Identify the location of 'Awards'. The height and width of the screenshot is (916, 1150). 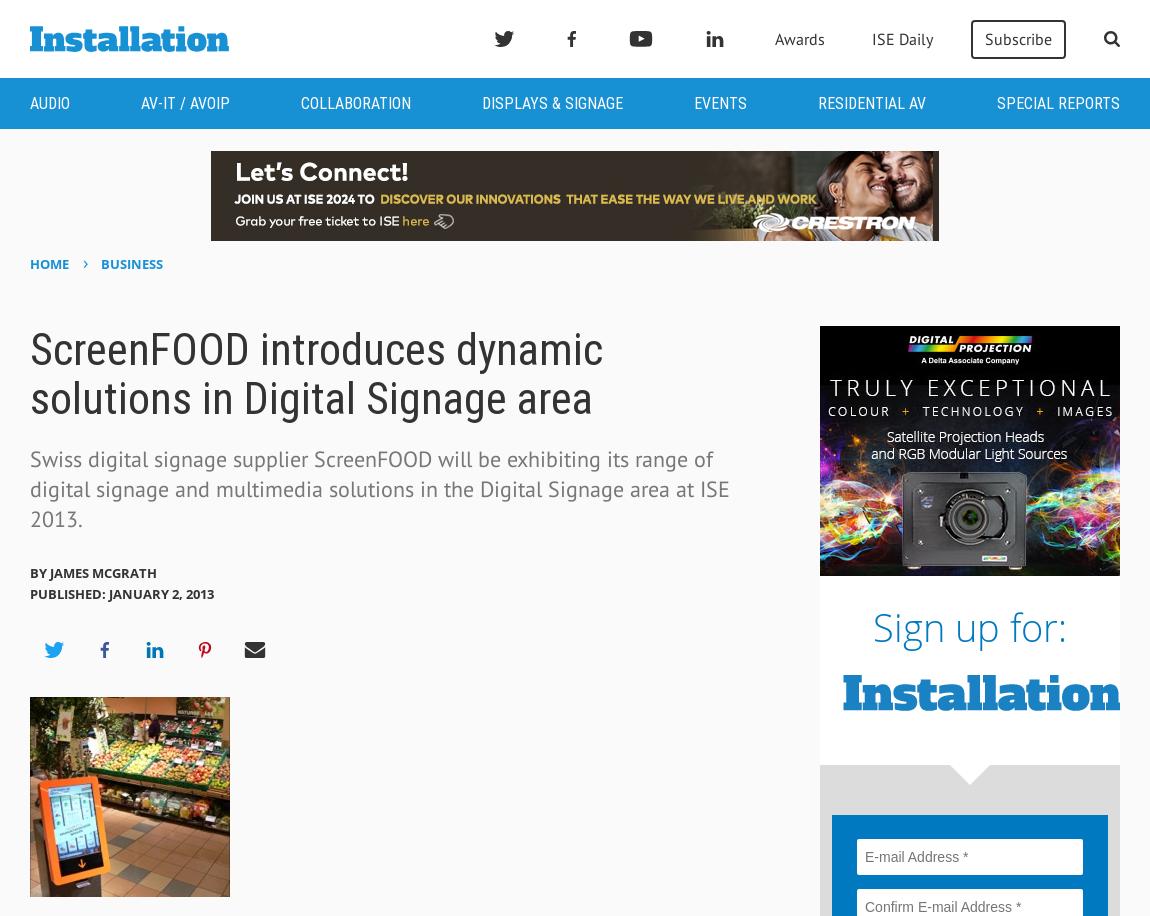
(772, 39).